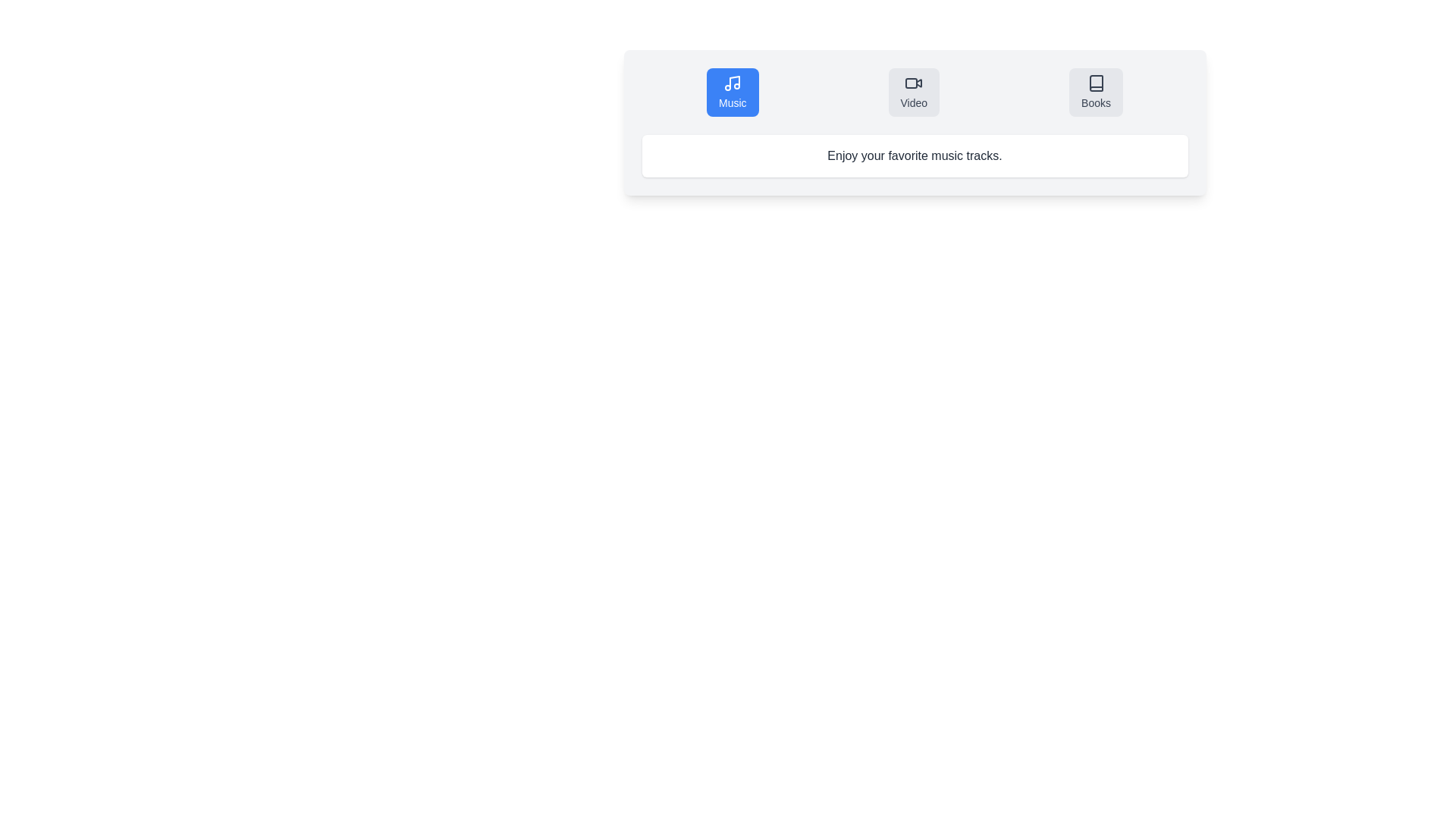 Image resolution: width=1456 pixels, height=819 pixels. Describe the element at coordinates (1096, 93) in the screenshot. I see `the compact rectangular button with rounded corners, featuring a black book icon and the word 'Books' below it` at that location.